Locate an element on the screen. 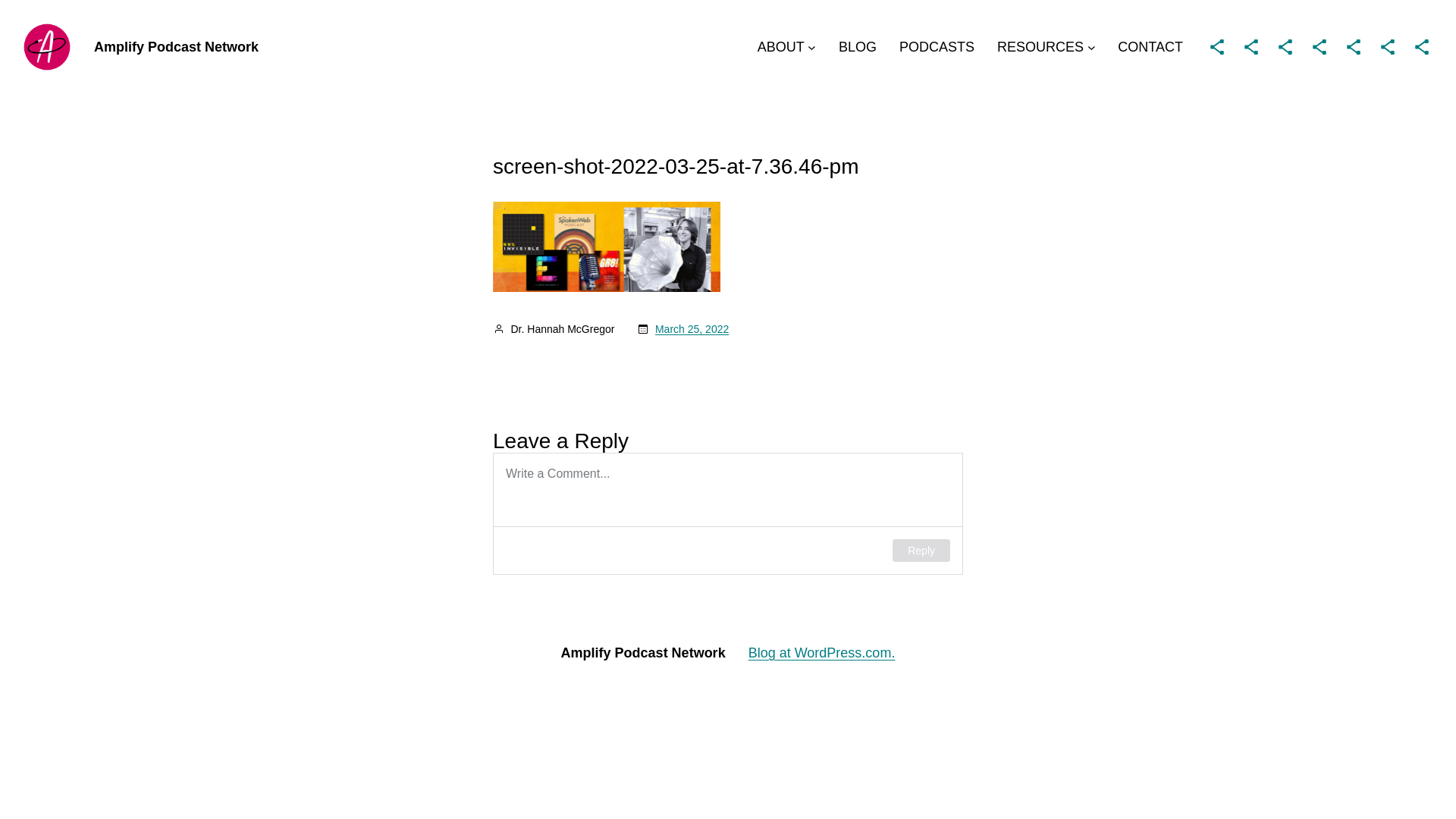 Image resolution: width=1456 pixels, height=819 pixels. 'BLOG' is located at coordinates (858, 46).